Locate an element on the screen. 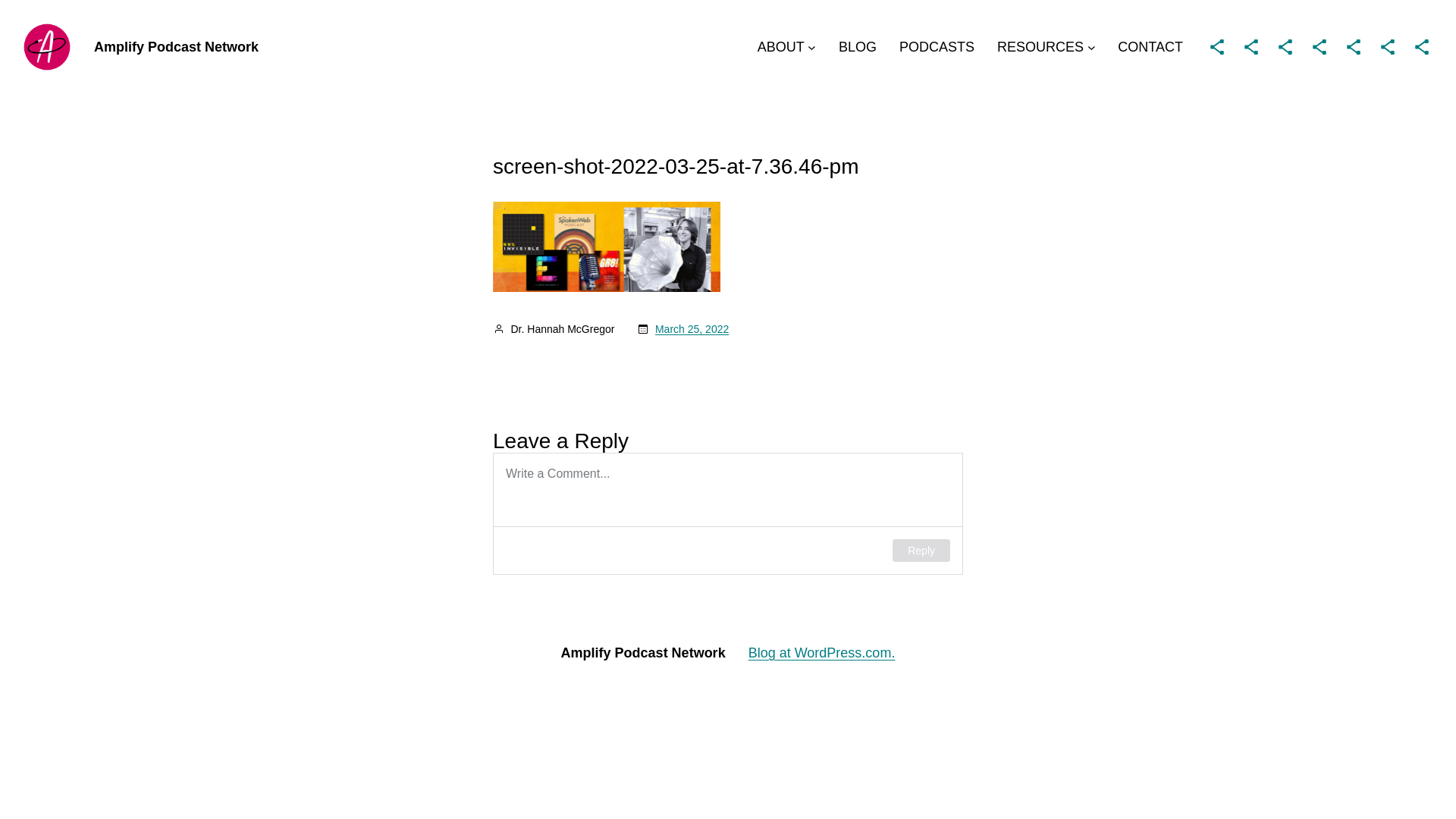 Image resolution: width=1456 pixels, height=819 pixels. 'BLOG' is located at coordinates (858, 46).